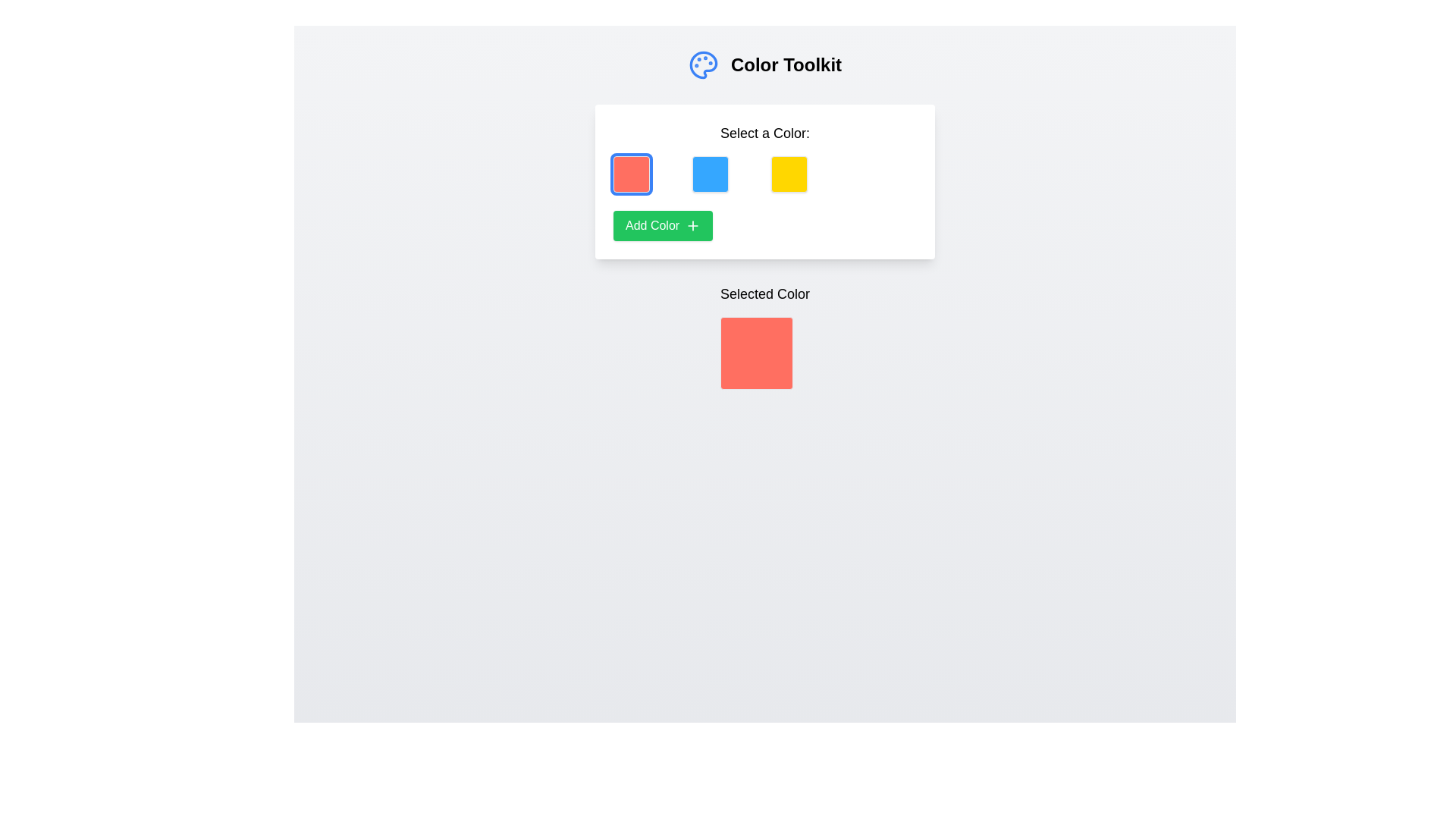 This screenshot has width=1456, height=819. What do you see at coordinates (757, 353) in the screenshot?
I see `the color displayed in the square Visual display area with rounded corners and a solid red background, located centrally below the title 'Selected Color'` at bounding box center [757, 353].